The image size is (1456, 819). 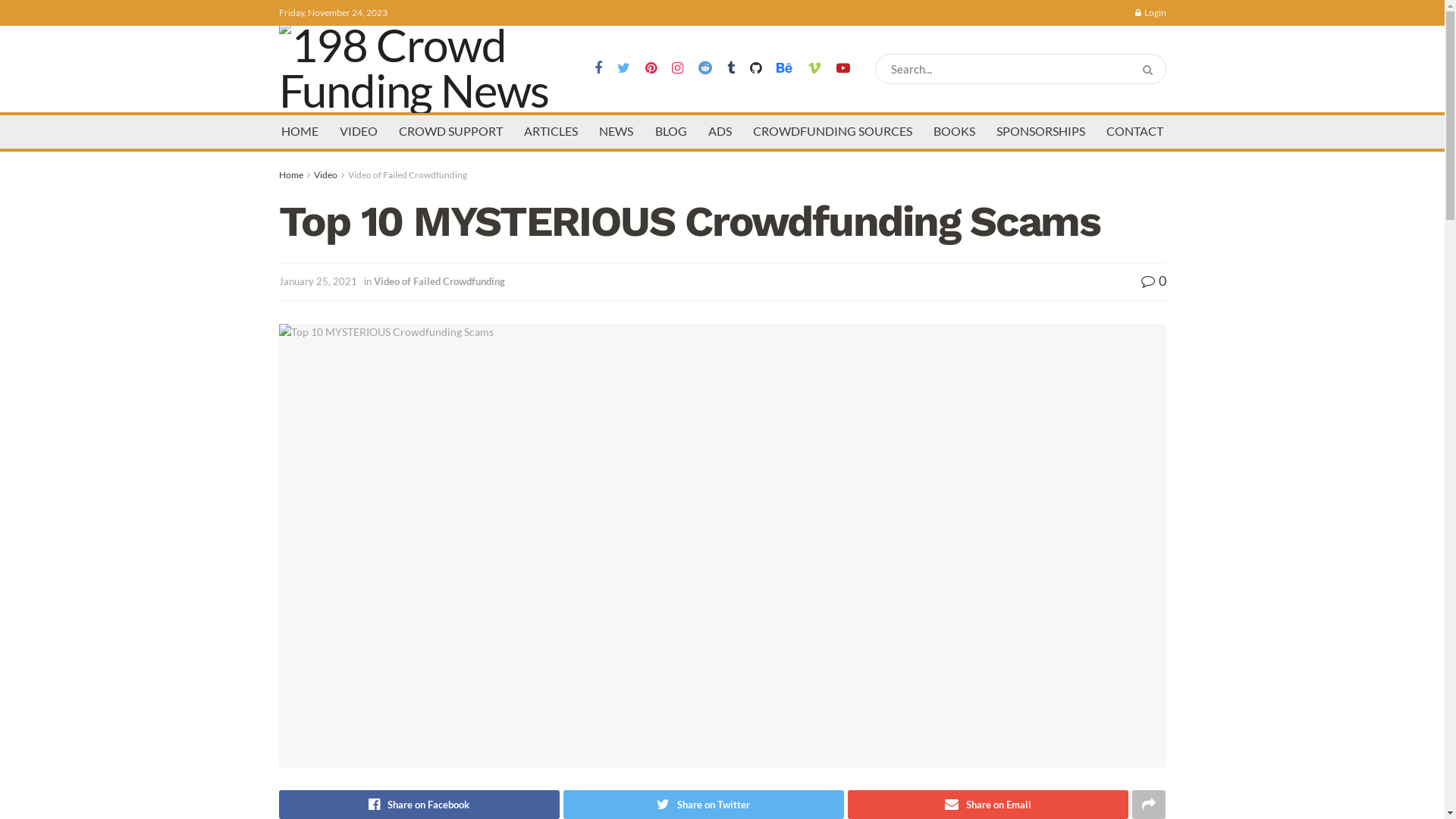 What do you see at coordinates (1153, 281) in the screenshot?
I see `'0'` at bounding box center [1153, 281].